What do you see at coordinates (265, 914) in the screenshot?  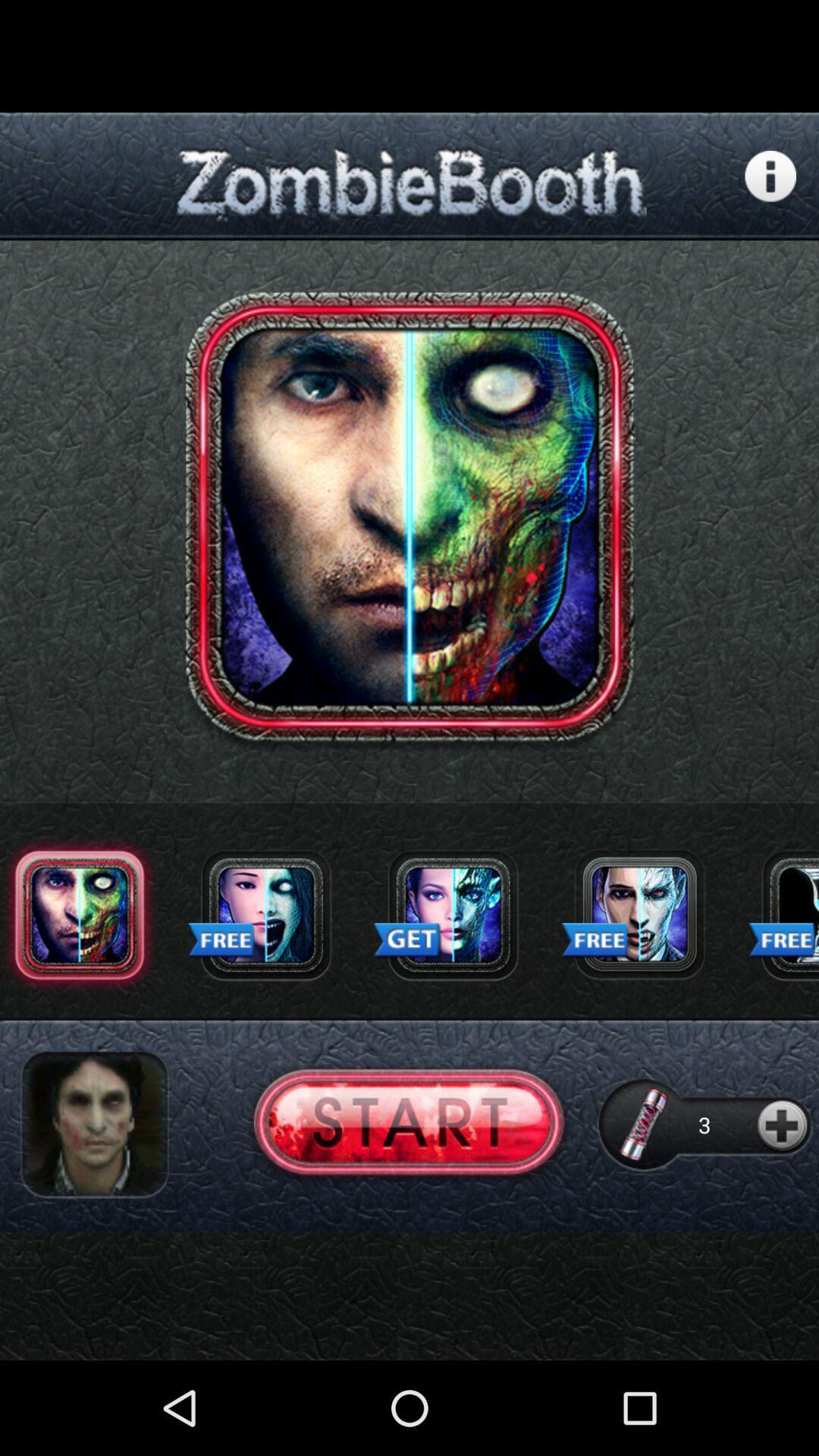 I see `convert our face into a customized zombie 's face as free` at bounding box center [265, 914].